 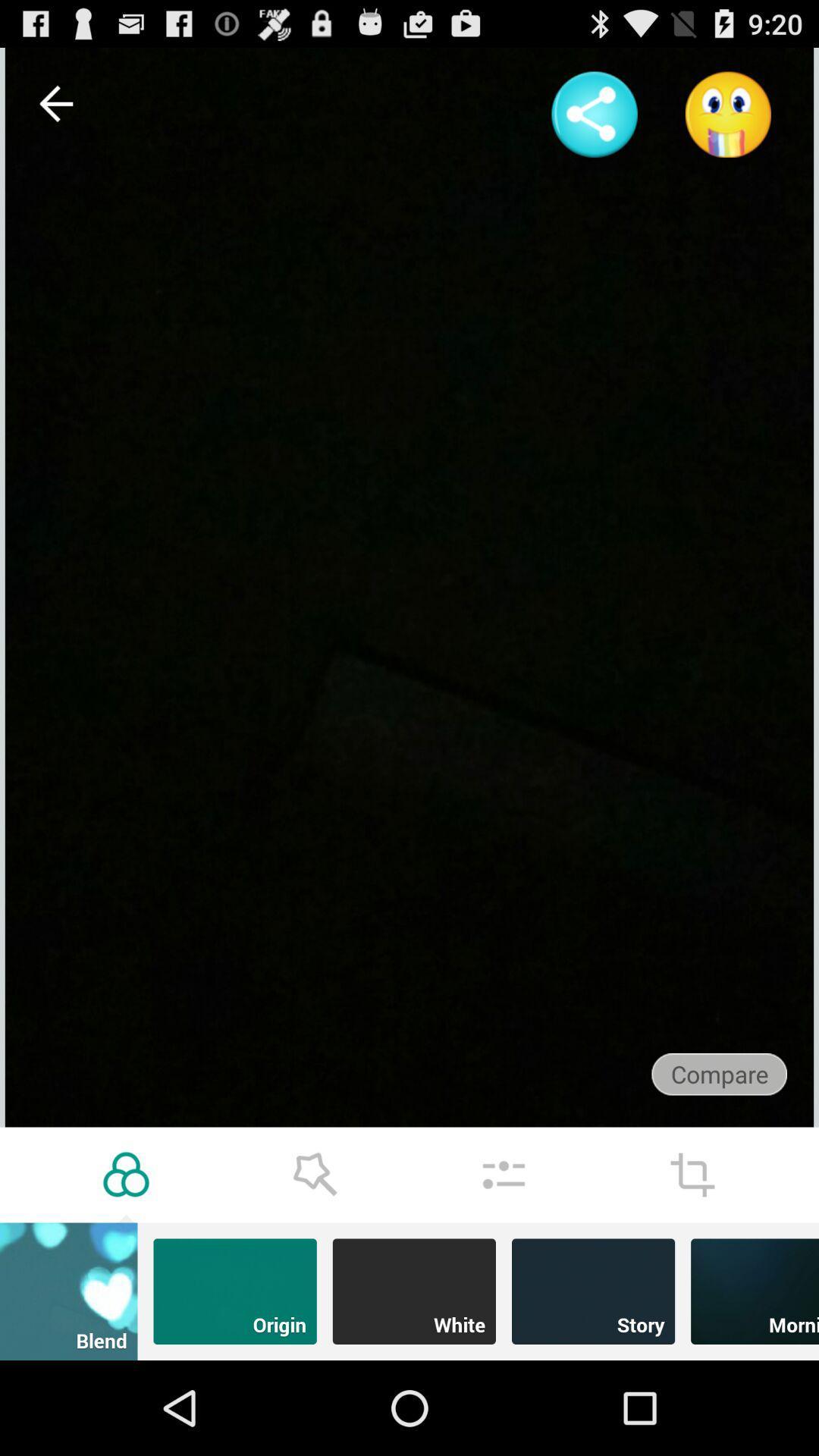 I want to click on the arrow_backward icon, so click(x=55, y=110).